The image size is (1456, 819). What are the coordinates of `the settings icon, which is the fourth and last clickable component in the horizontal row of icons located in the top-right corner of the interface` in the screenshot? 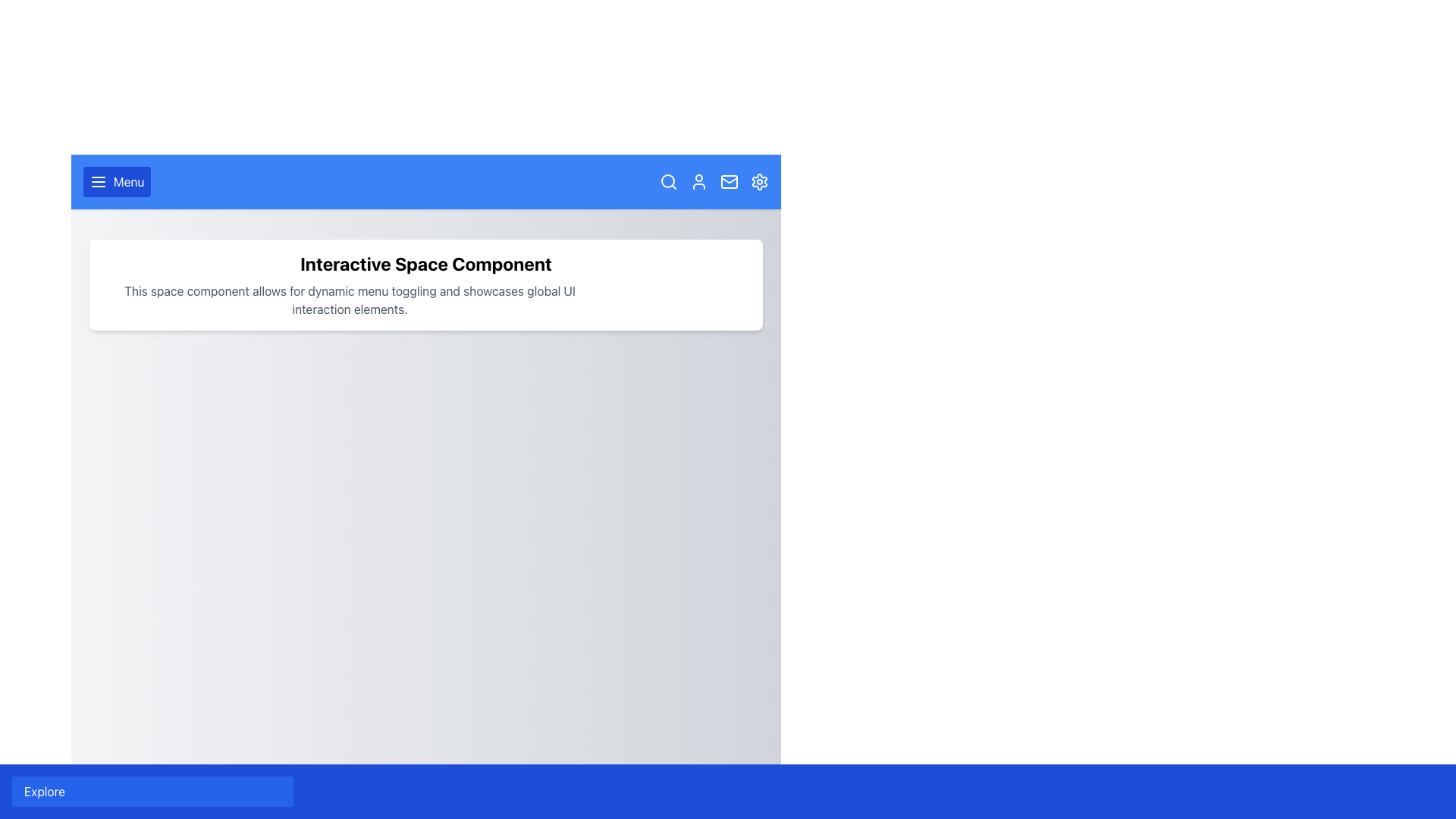 It's located at (760, 180).